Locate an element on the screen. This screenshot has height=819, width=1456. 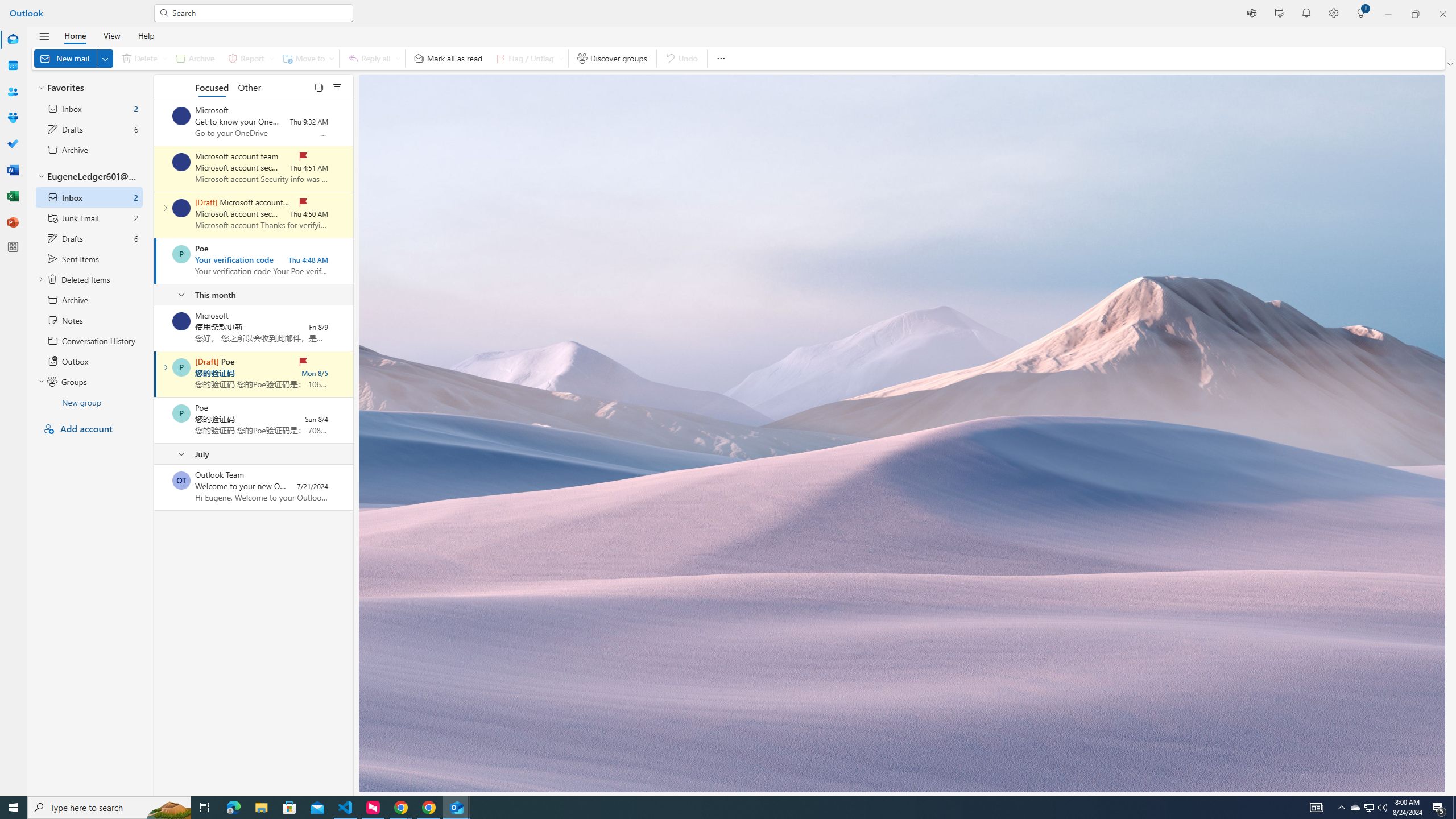
'Mark as unread' is located at coordinates (155, 486).